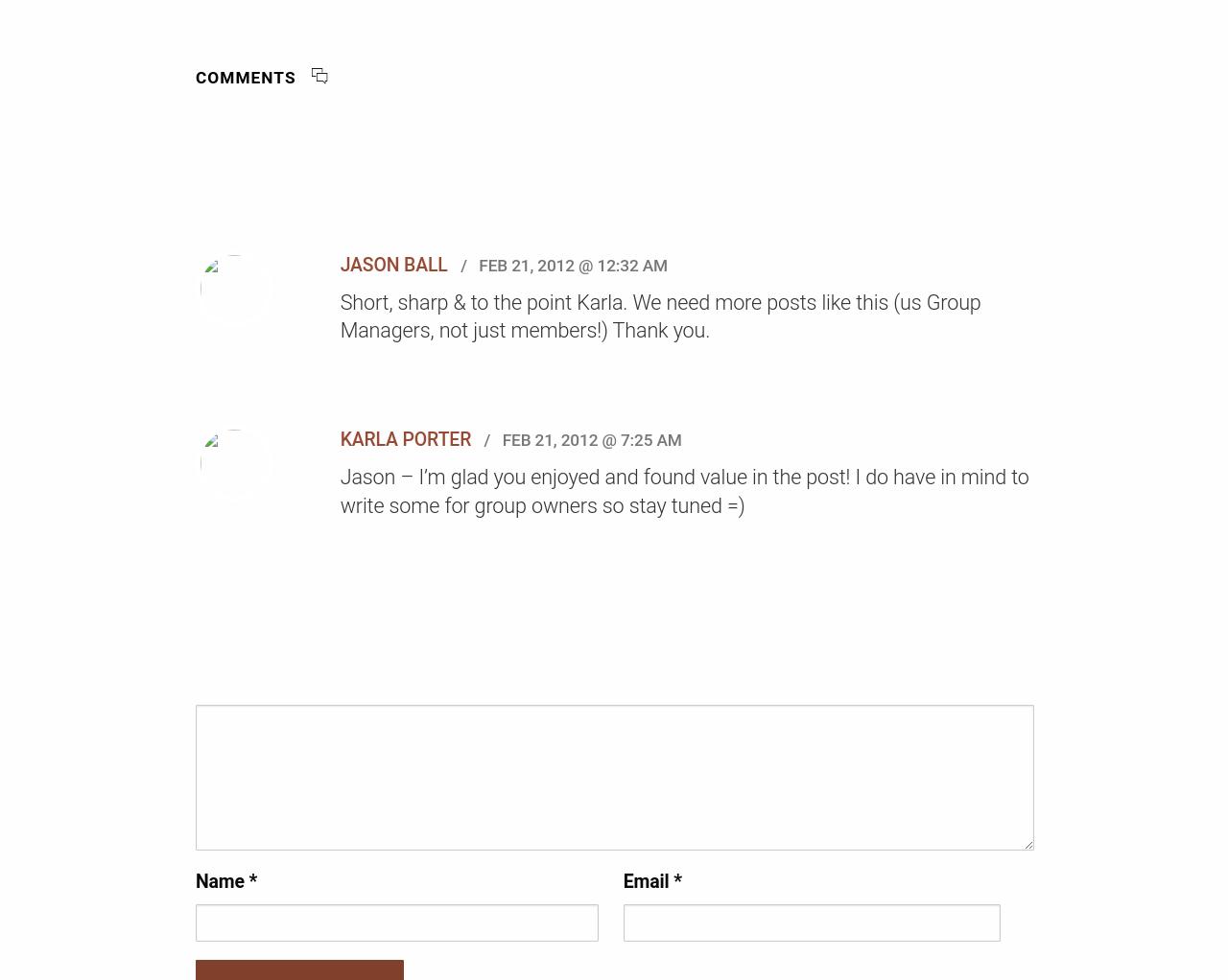 The image size is (1228, 980). I want to click on 'Comments', so click(195, 76).